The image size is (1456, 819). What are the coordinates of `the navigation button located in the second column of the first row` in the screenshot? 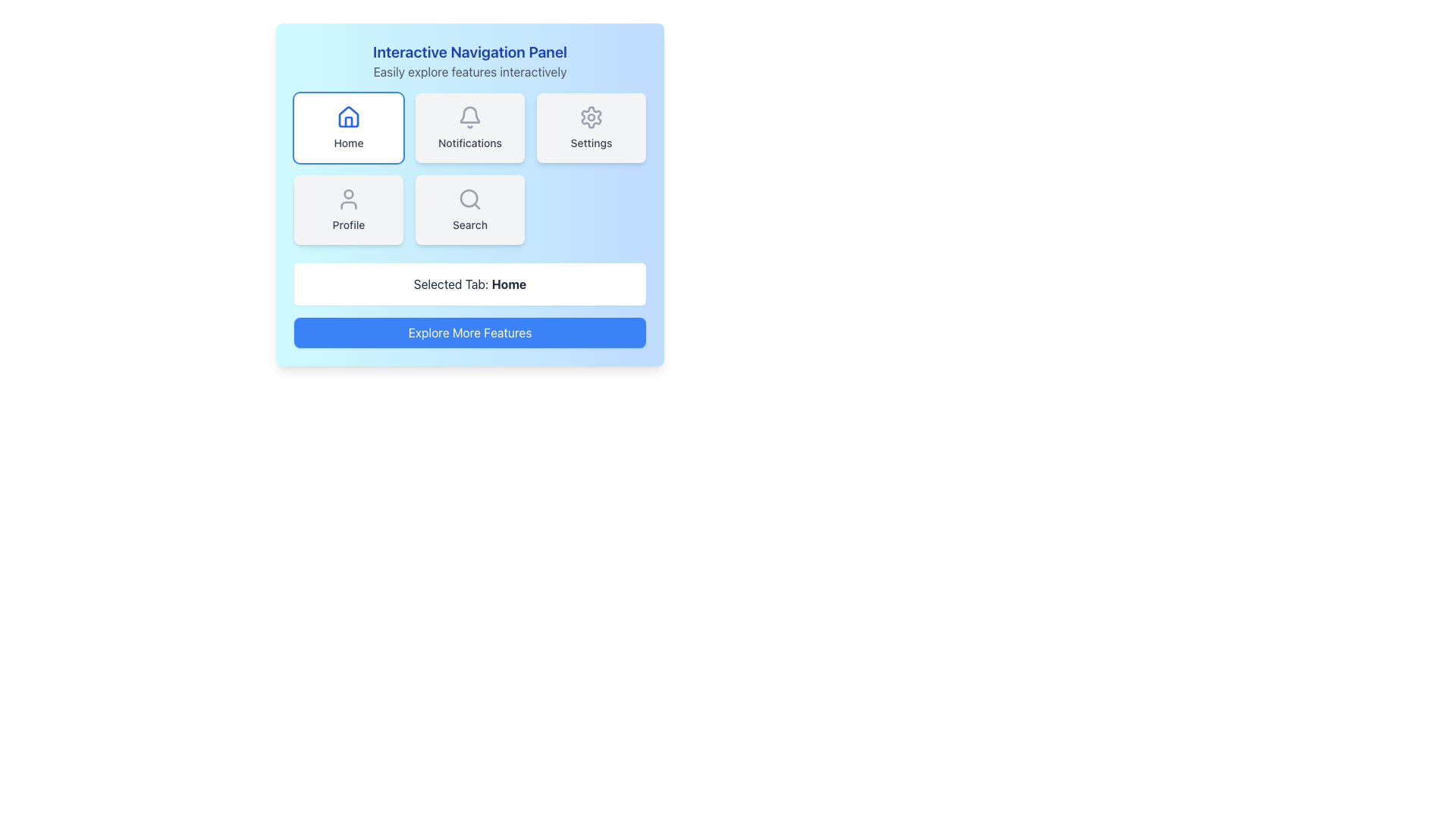 It's located at (469, 127).